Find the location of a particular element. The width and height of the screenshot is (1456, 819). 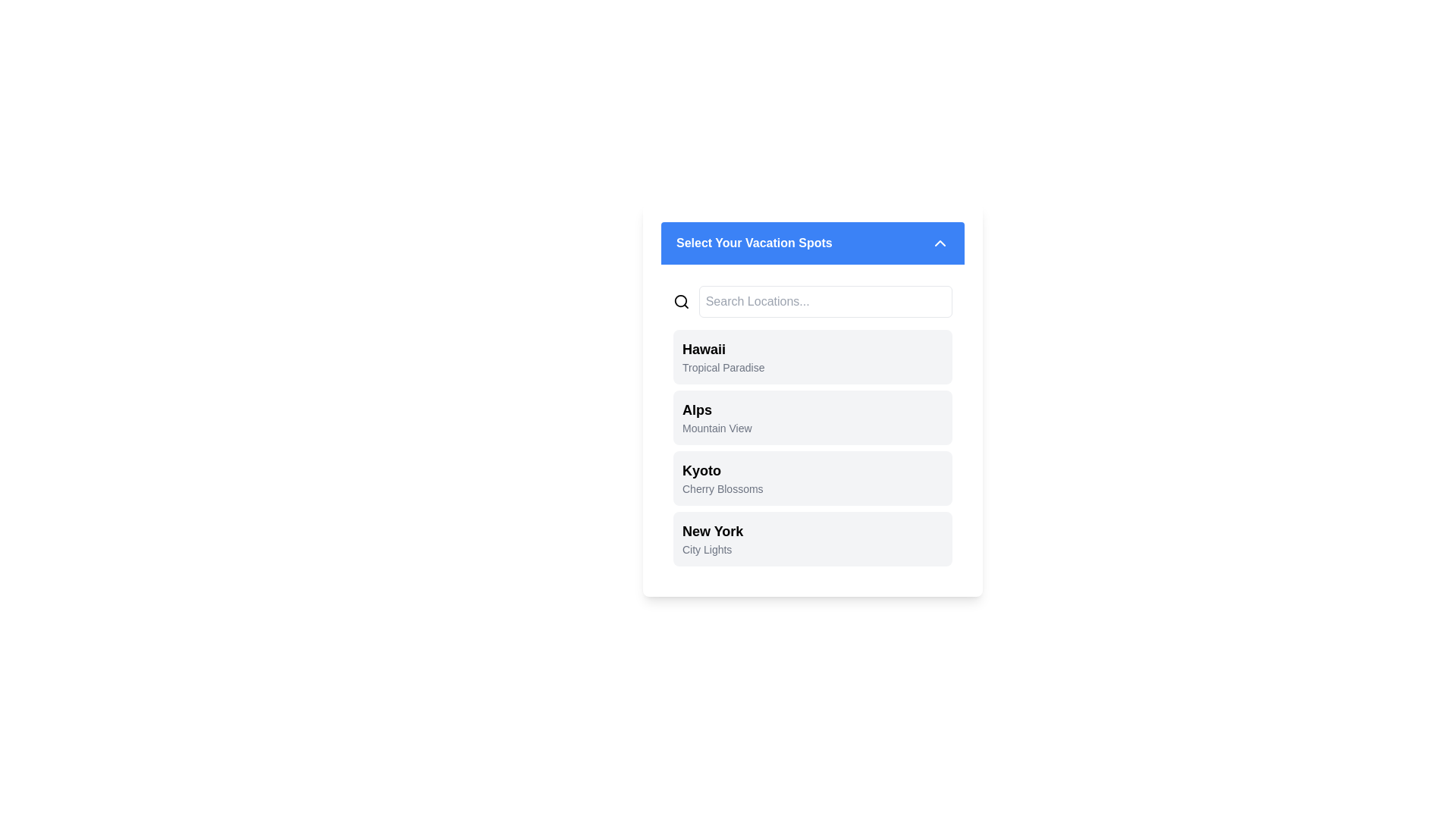

the Text element providing additional descriptive information about the 'New York' location item, indicating its theme 'City Lights', located below the 'New York' title in the bottom right section of the main content area is located at coordinates (712, 550).